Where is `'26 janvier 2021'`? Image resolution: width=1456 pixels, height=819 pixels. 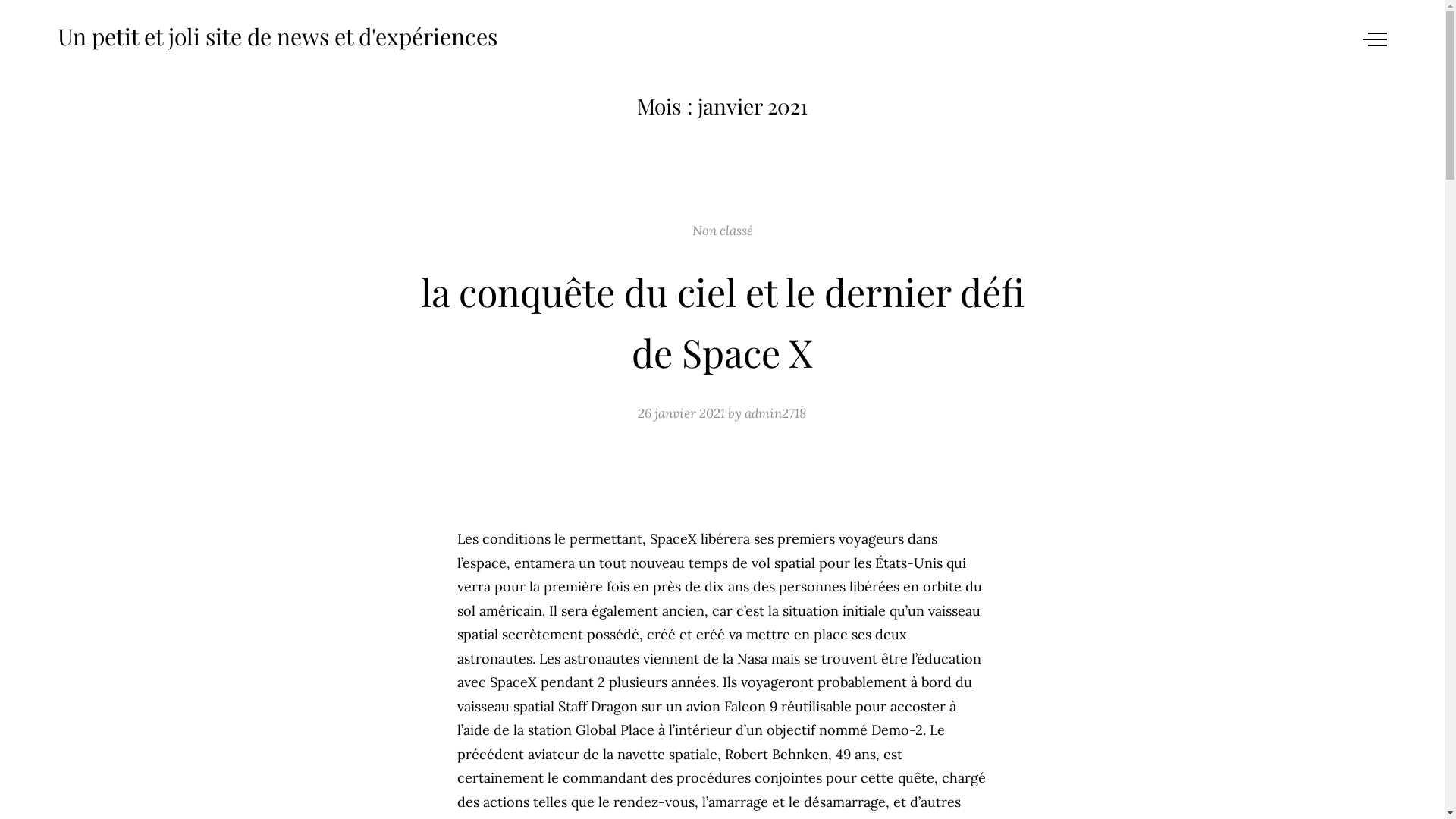
'26 janvier 2021' is located at coordinates (637, 413).